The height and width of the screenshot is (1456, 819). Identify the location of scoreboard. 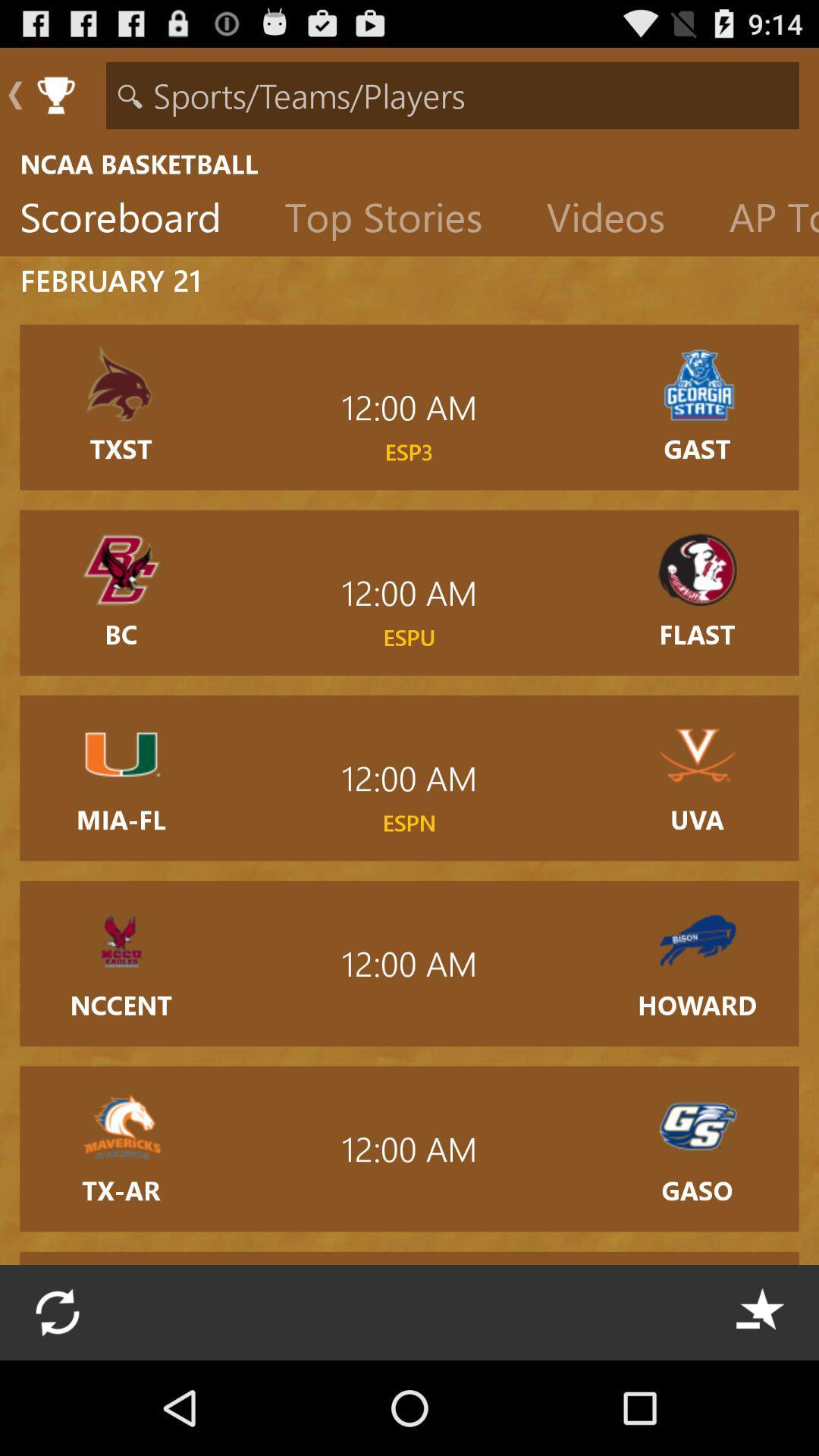
(131, 220).